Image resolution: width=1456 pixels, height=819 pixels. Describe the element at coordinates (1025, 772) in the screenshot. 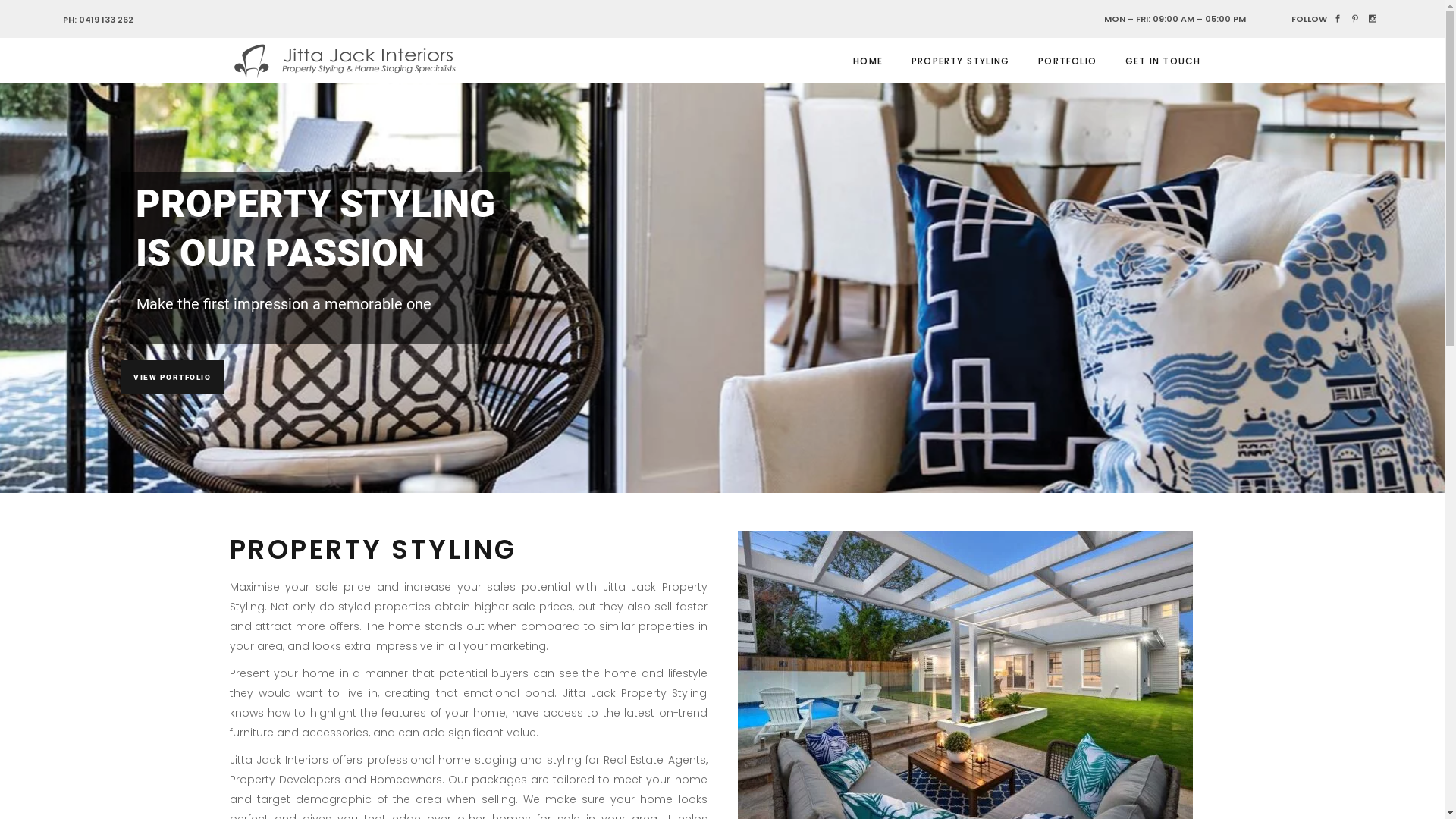

I see `'Get In Touch'` at that location.